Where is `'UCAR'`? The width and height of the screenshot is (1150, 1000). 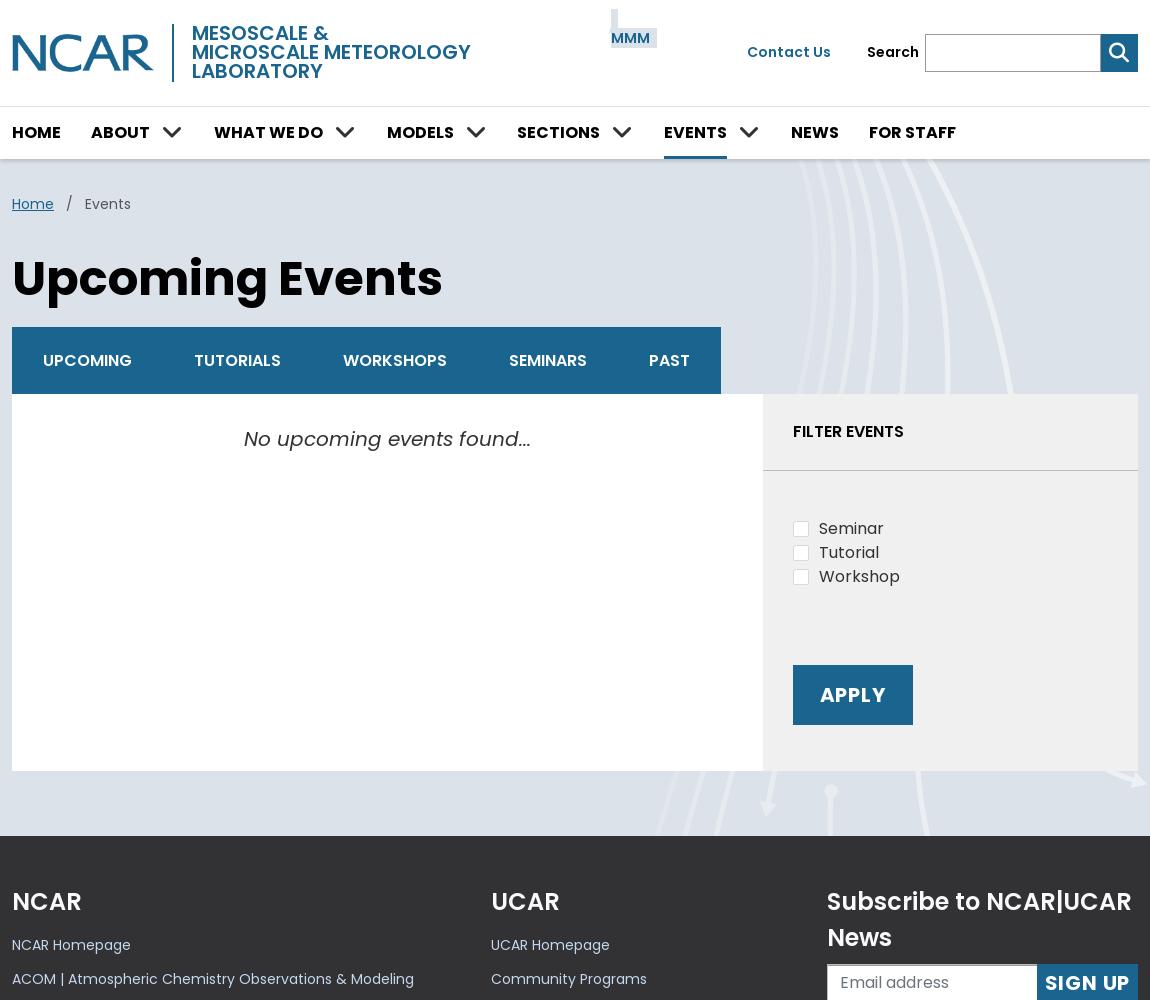
'UCAR' is located at coordinates (491, 900).